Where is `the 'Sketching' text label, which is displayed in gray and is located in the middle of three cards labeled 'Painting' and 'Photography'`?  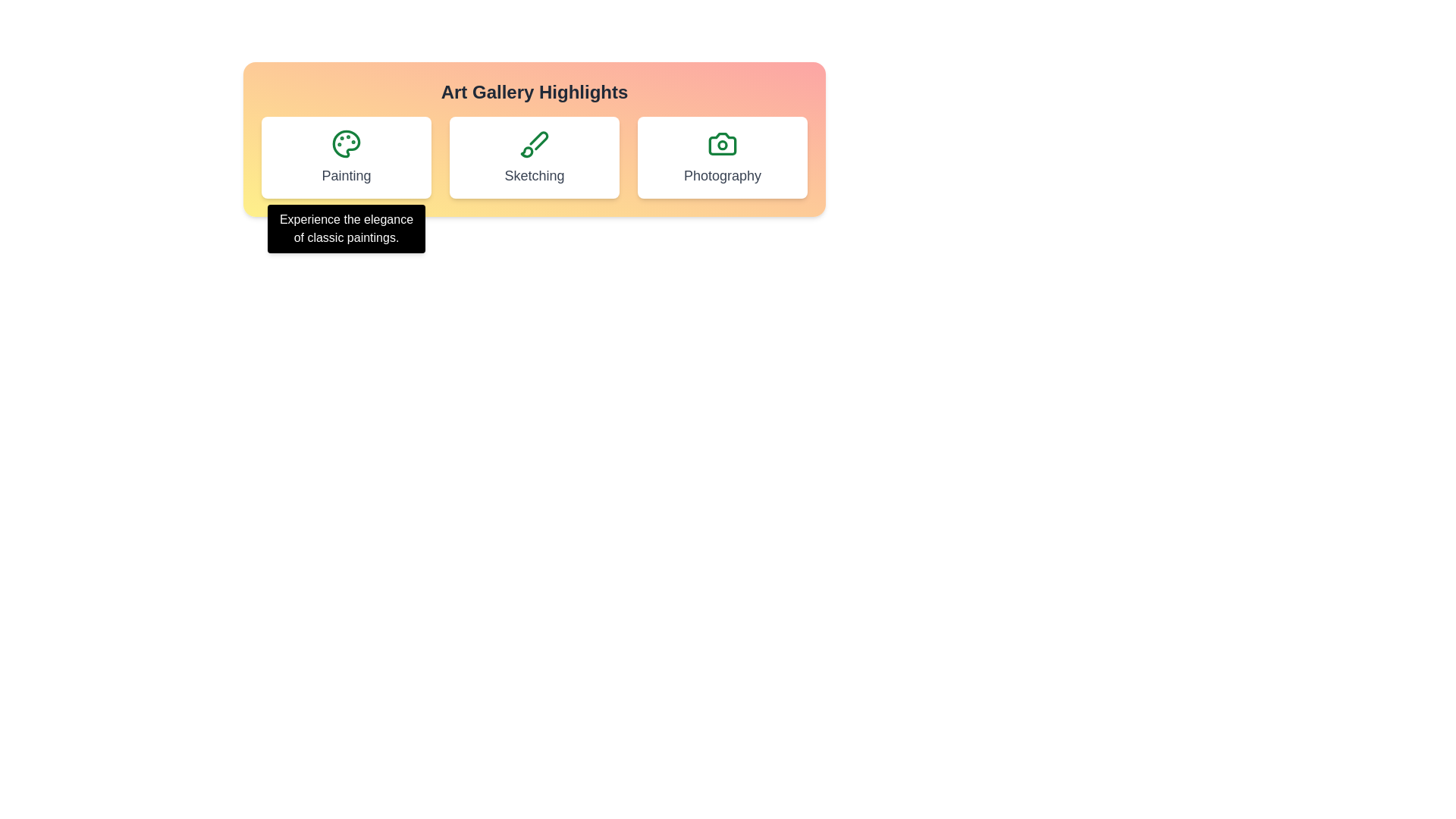 the 'Sketching' text label, which is displayed in gray and is located in the middle of three cards labeled 'Painting' and 'Photography' is located at coordinates (535, 174).